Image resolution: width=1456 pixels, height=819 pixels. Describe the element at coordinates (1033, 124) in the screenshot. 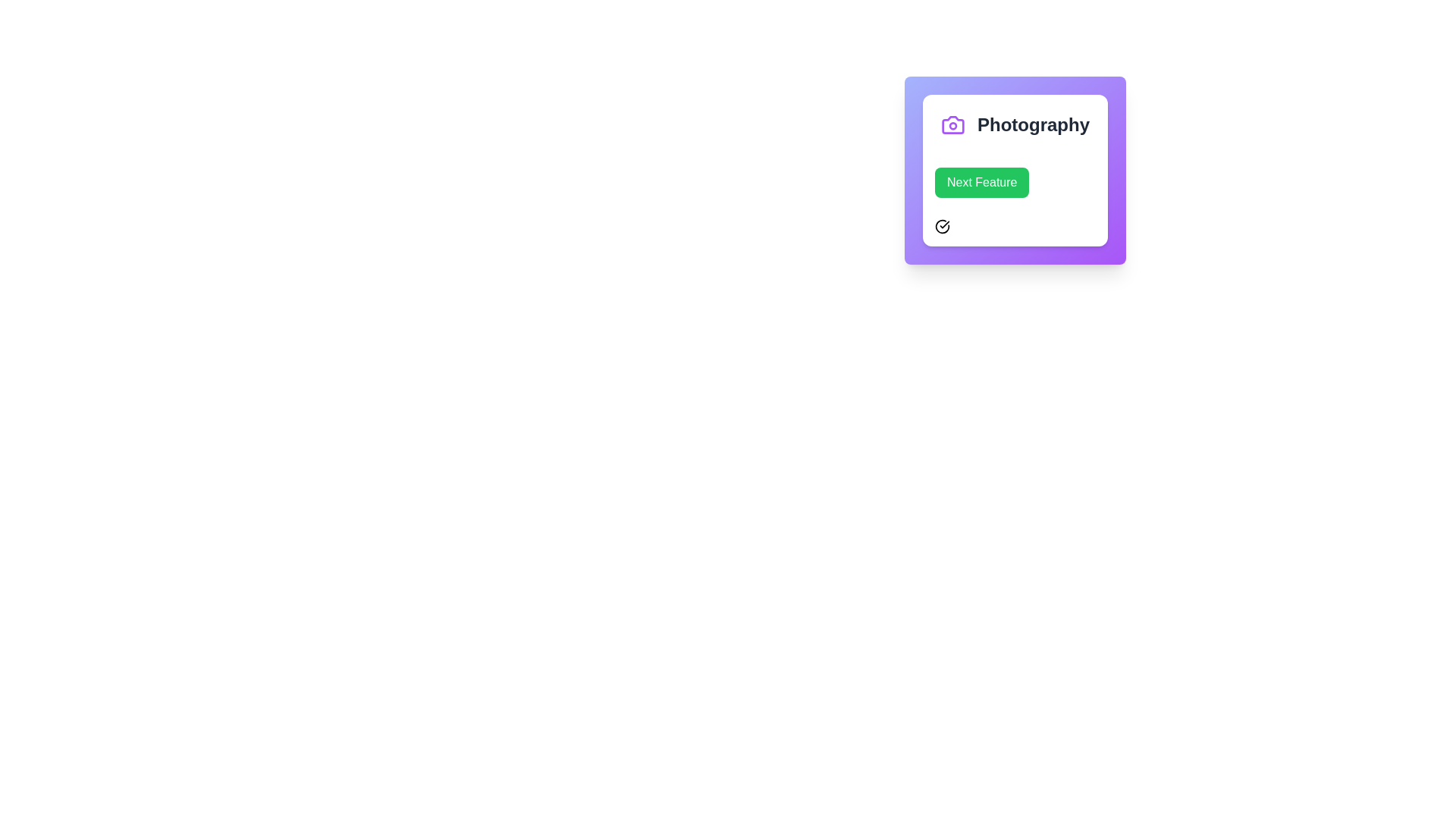

I see `the Text Label that displays 'Photography' in bold gray font, located within a small white card with a purple border` at that location.